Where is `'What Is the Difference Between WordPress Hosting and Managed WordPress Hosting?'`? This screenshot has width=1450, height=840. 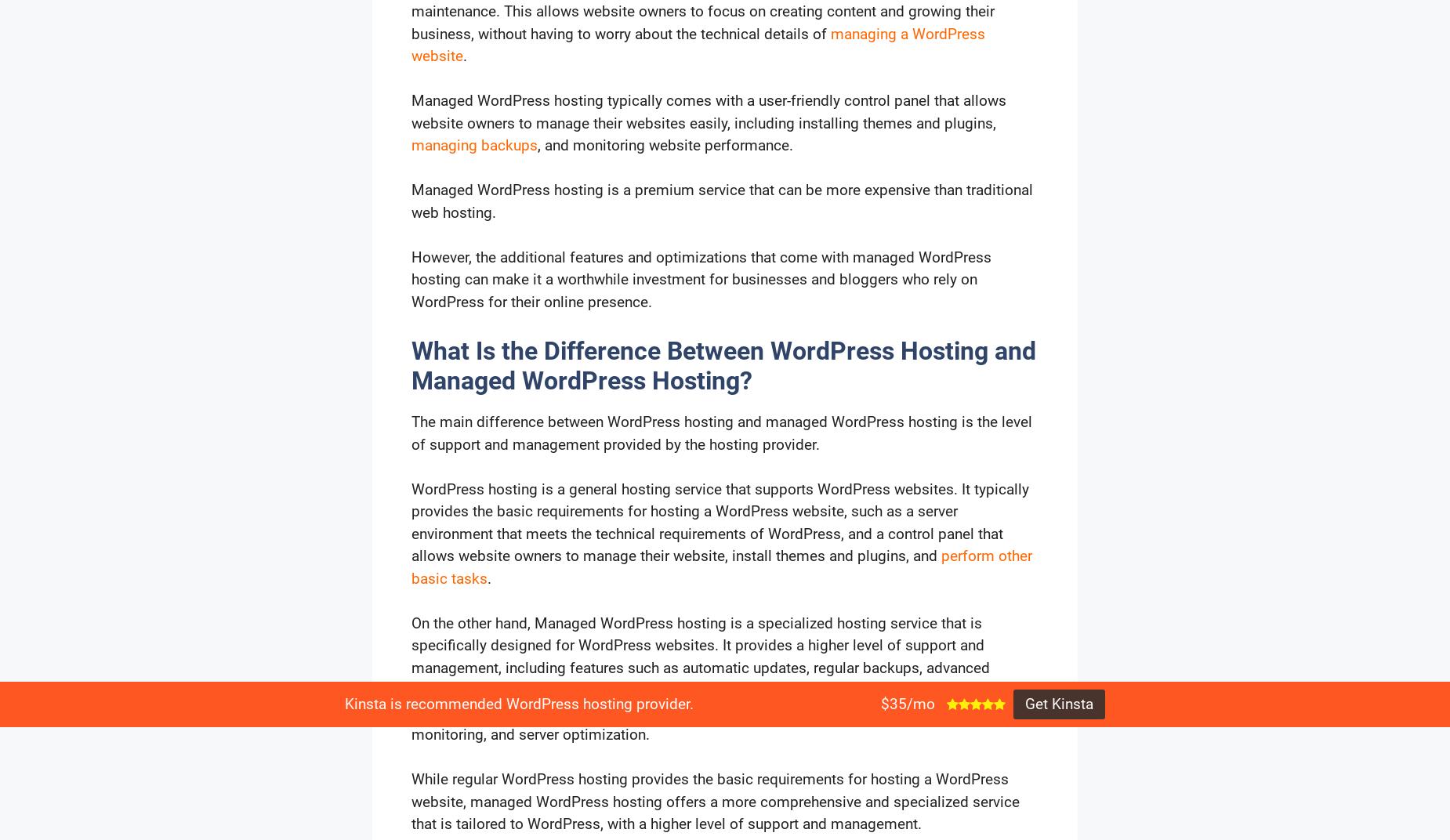 'What Is the Difference Between WordPress Hosting and Managed WordPress Hosting?' is located at coordinates (723, 364).